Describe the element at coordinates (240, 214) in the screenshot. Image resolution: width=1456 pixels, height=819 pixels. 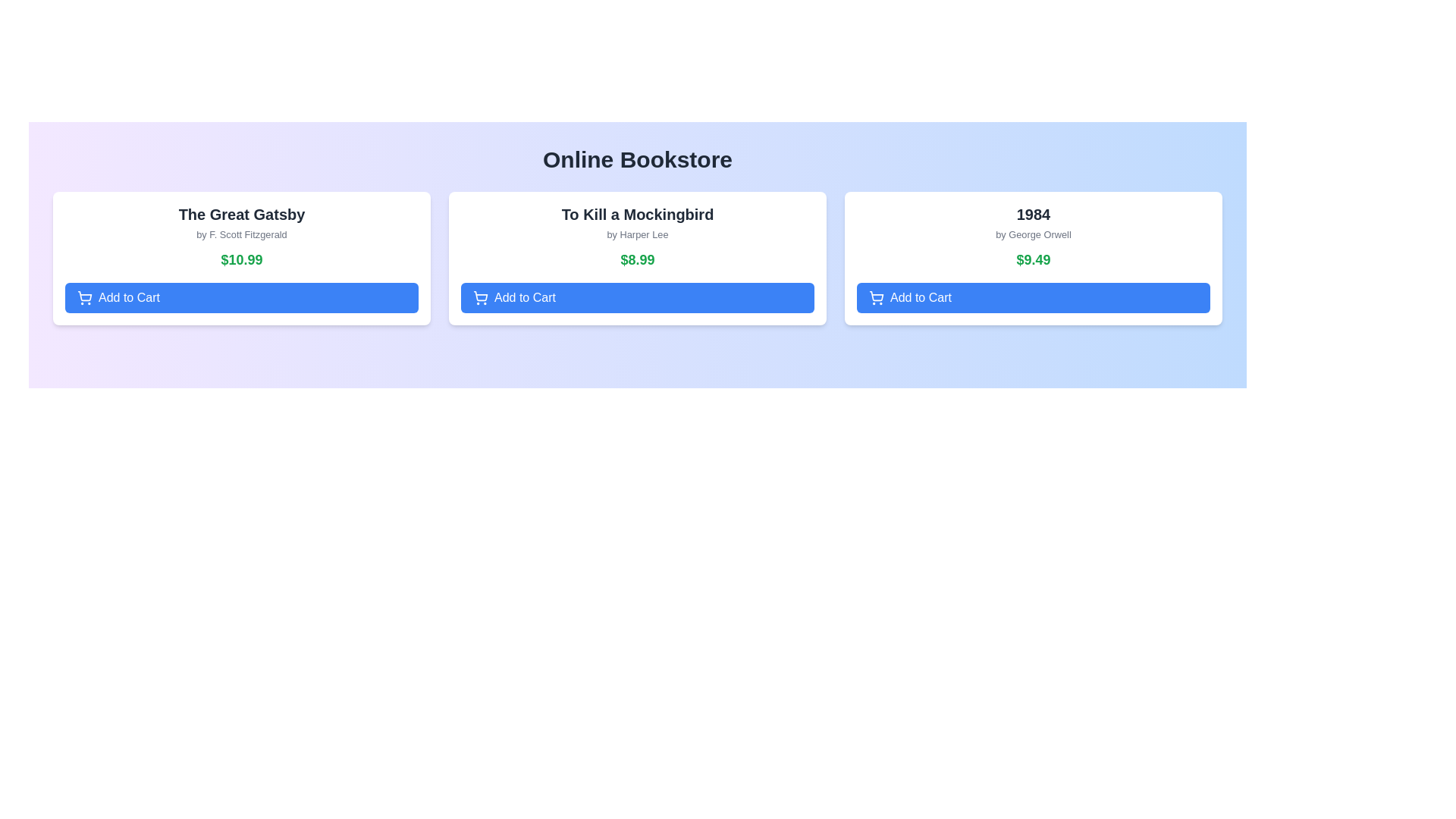
I see `the Text Label displaying the title of the book in the first product card, located above the subtitle 'by F. Scott Fitzgerald' and the price '$10.99'` at that location.